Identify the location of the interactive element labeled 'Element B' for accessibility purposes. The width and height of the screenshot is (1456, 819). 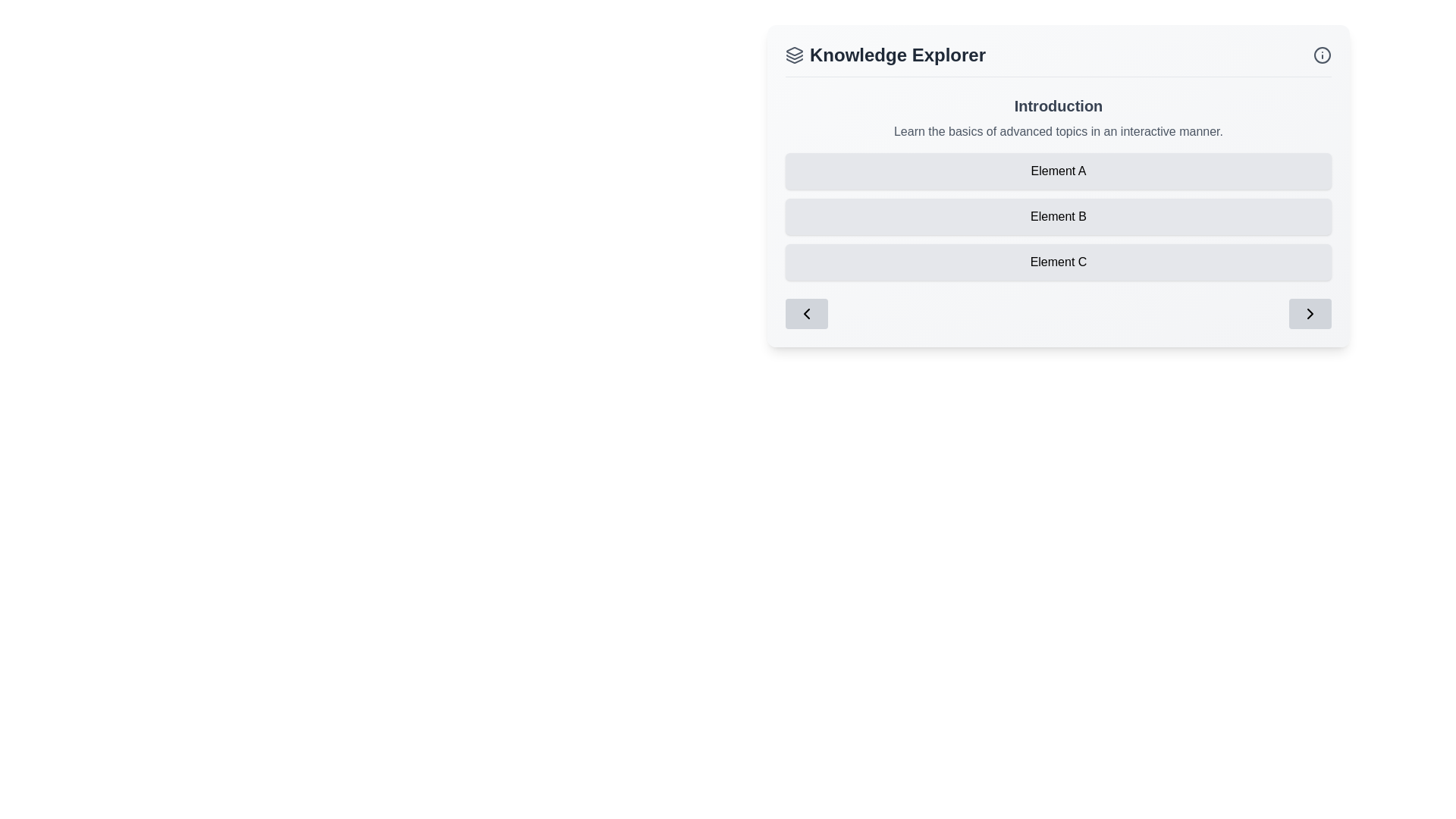
(1058, 216).